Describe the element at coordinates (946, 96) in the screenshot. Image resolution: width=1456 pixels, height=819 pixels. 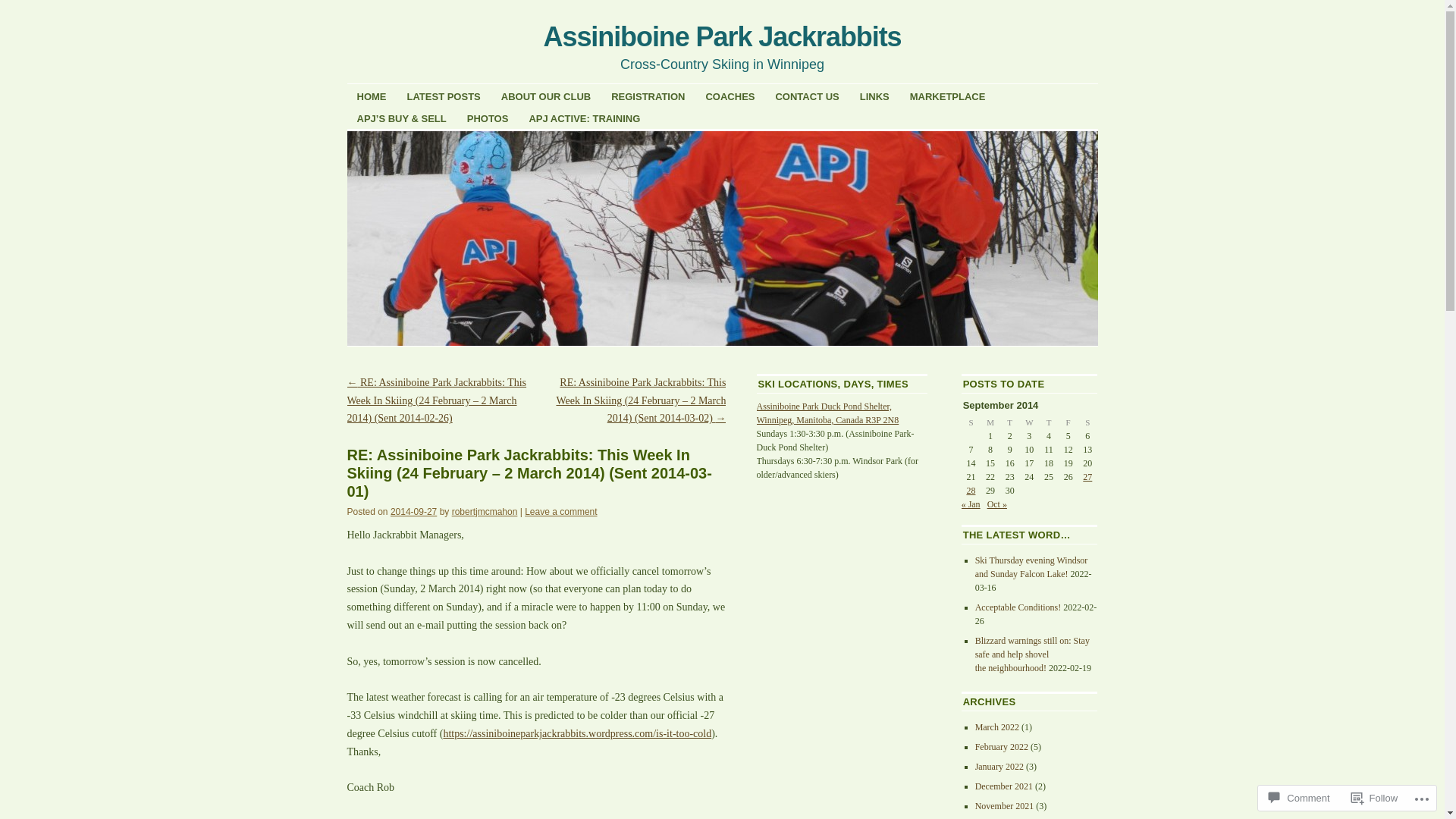
I see `'MARKETPLACE'` at that location.